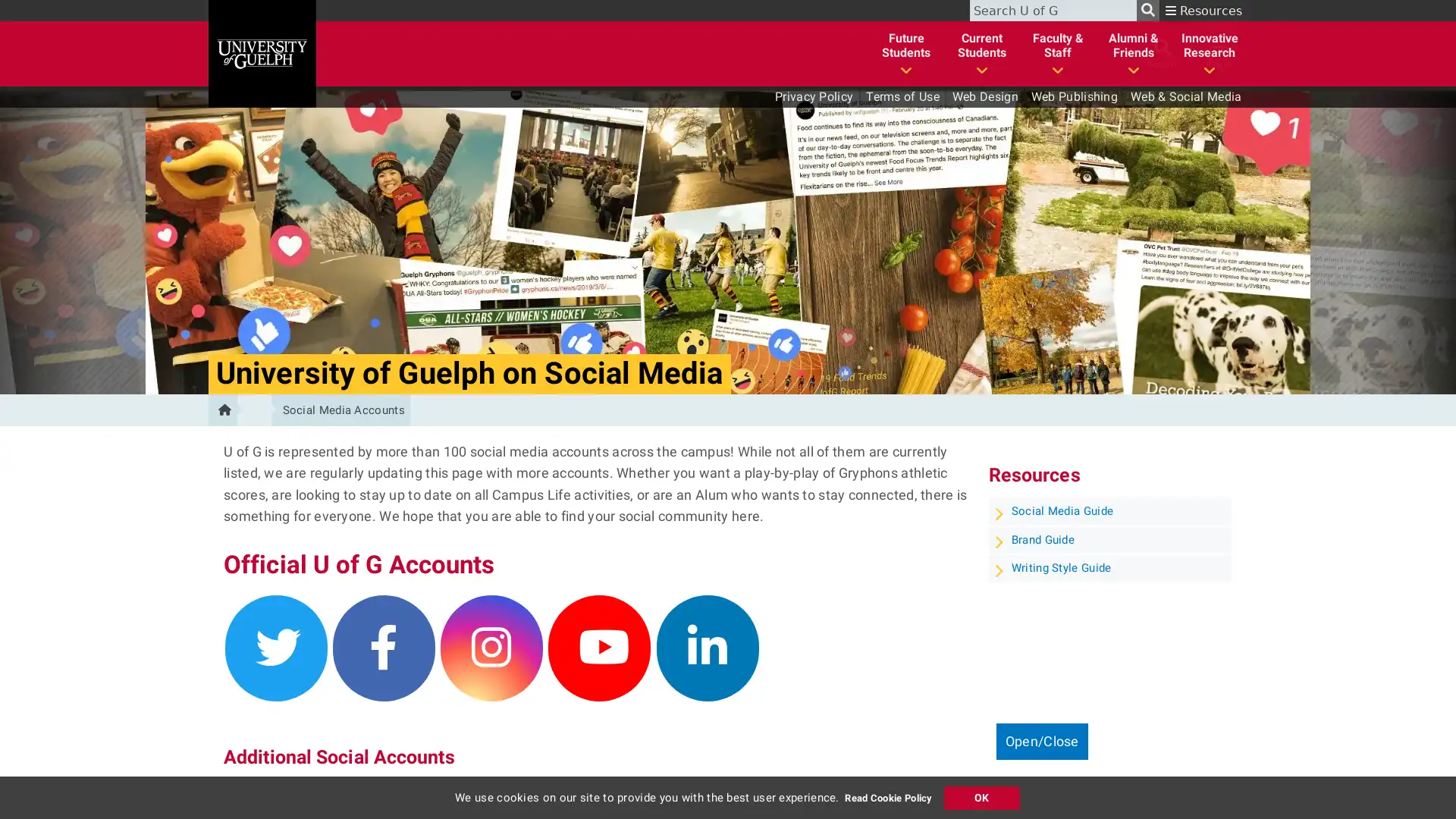 The image size is (1456, 819). What do you see at coordinates (981, 796) in the screenshot?
I see `Accept Cookie` at bounding box center [981, 796].